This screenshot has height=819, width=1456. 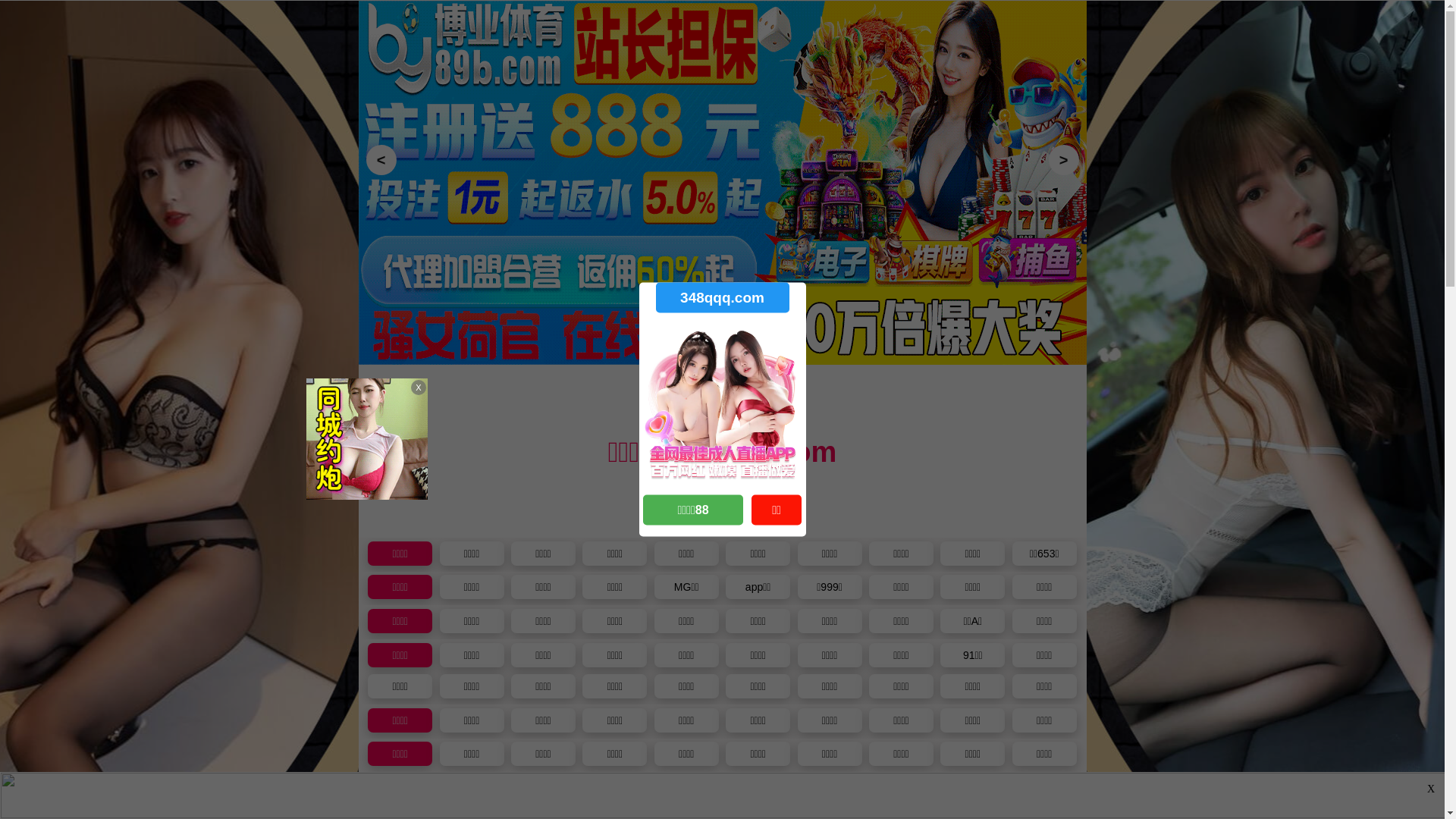 What do you see at coordinates (365, 160) in the screenshot?
I see `'<'` at bounding box center [365, 160].